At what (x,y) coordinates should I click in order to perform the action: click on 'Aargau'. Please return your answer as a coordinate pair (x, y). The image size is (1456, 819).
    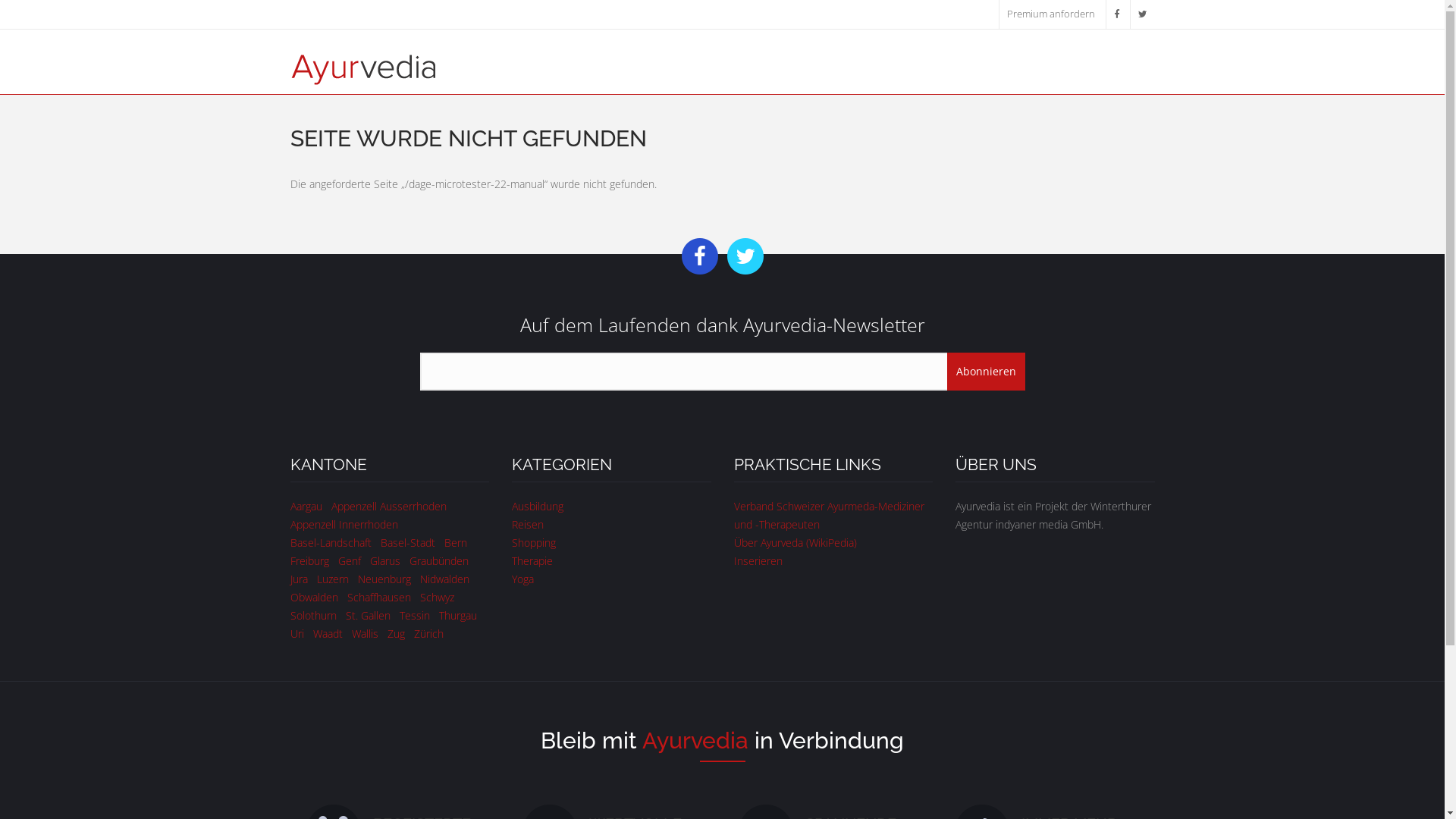
    Looking at the image, I should click on (305, 506).